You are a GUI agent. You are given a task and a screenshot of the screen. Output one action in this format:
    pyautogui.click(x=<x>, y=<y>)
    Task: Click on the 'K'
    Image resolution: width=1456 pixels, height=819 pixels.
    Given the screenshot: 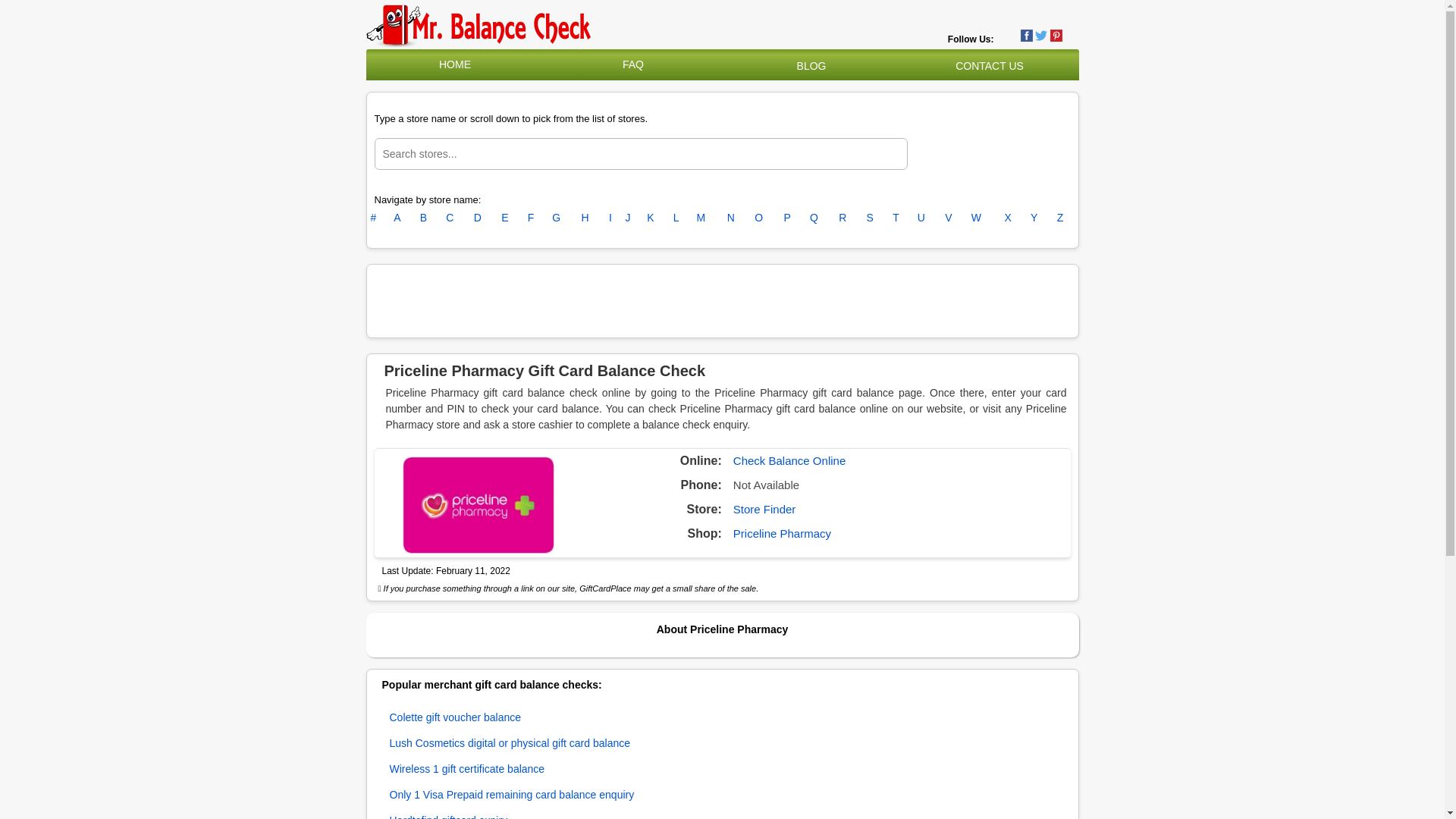 What is the action you would take?
    pyautogui.click(x=650, y=217)
    